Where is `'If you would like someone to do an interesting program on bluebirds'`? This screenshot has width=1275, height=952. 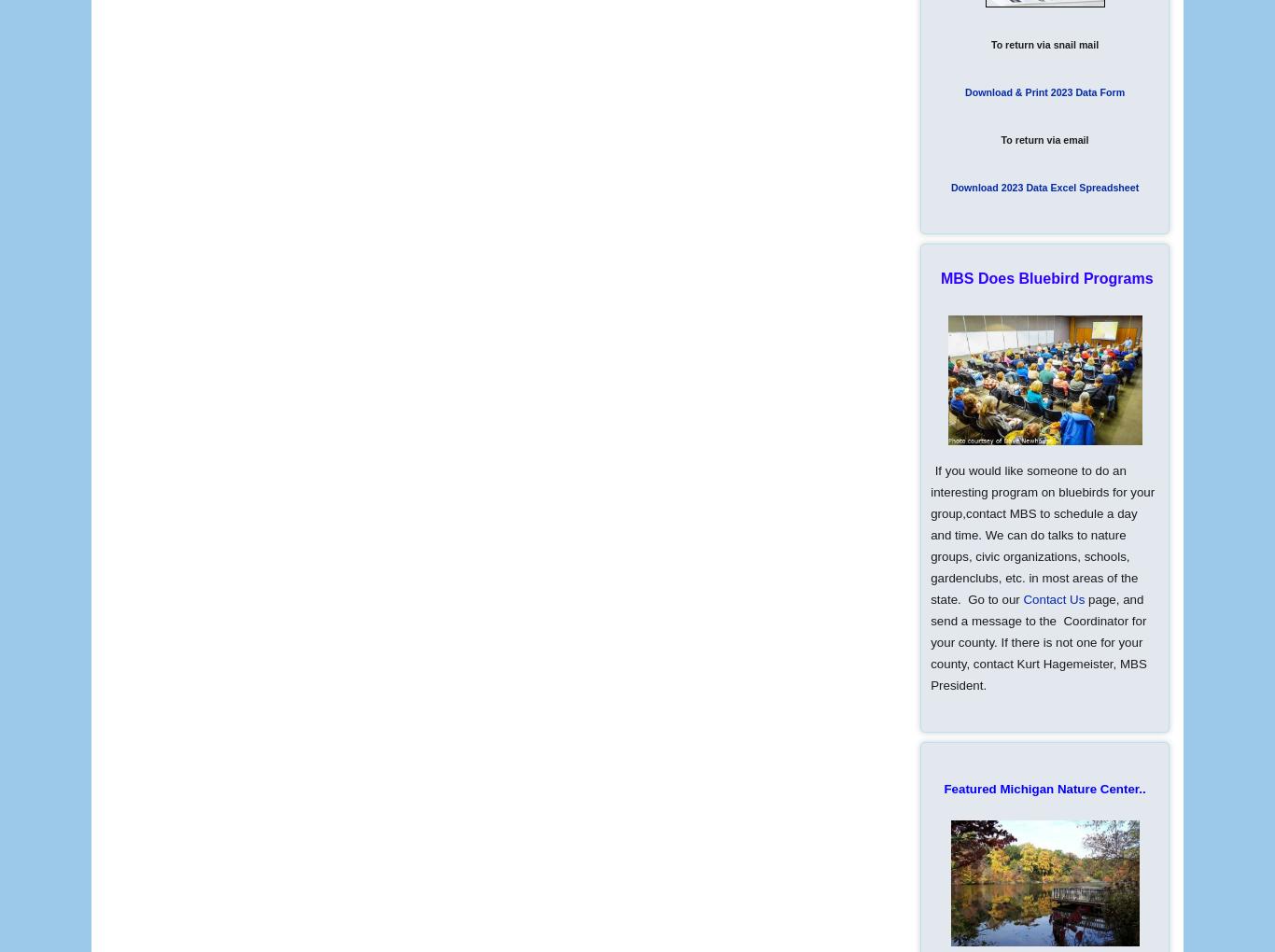 'If you would like someone to do an interesting program on bluebirds' is located at coordinates (931, 481).